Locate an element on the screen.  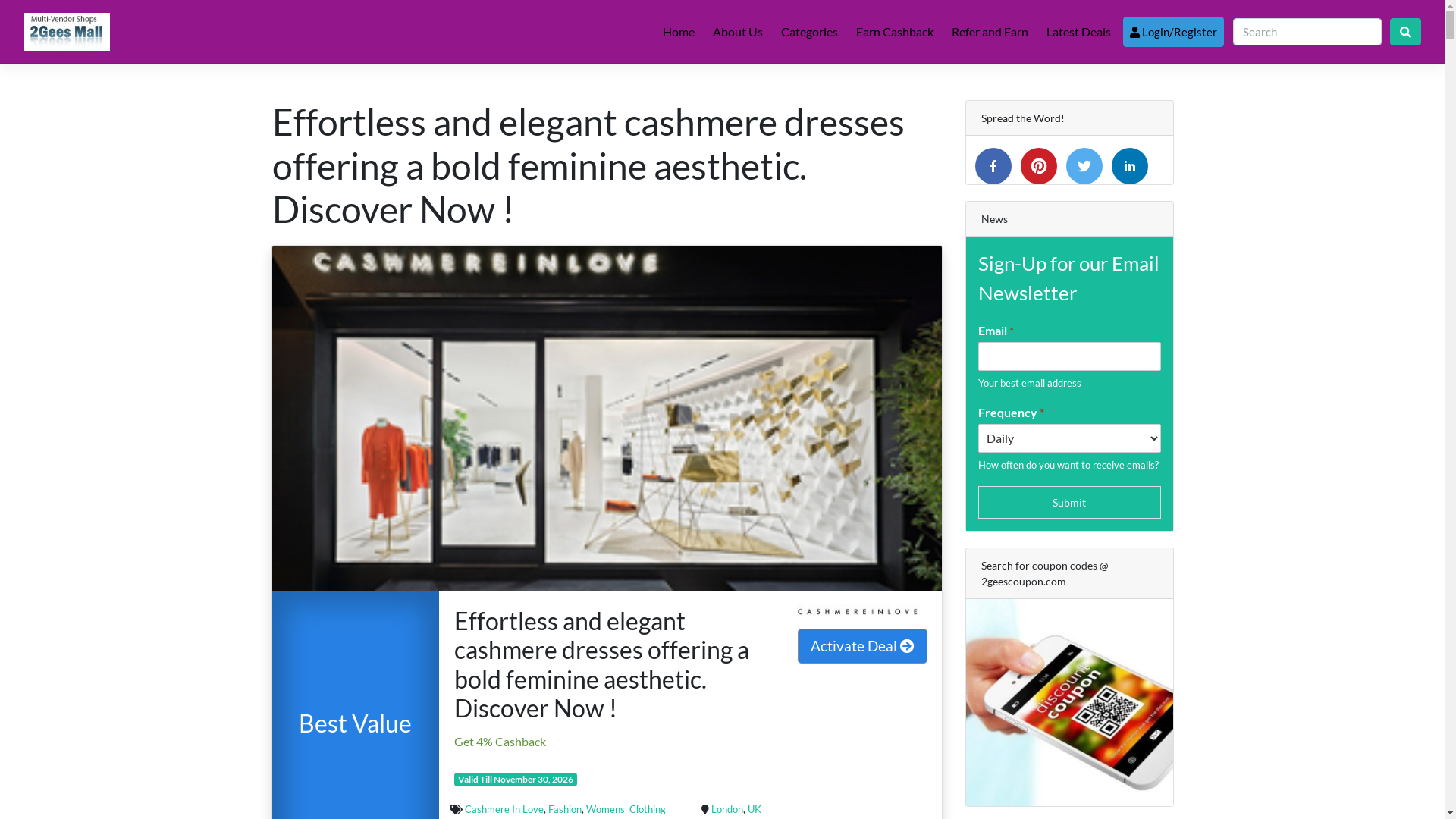
'Cashmere In Love' is located at coordinates (504, 808).